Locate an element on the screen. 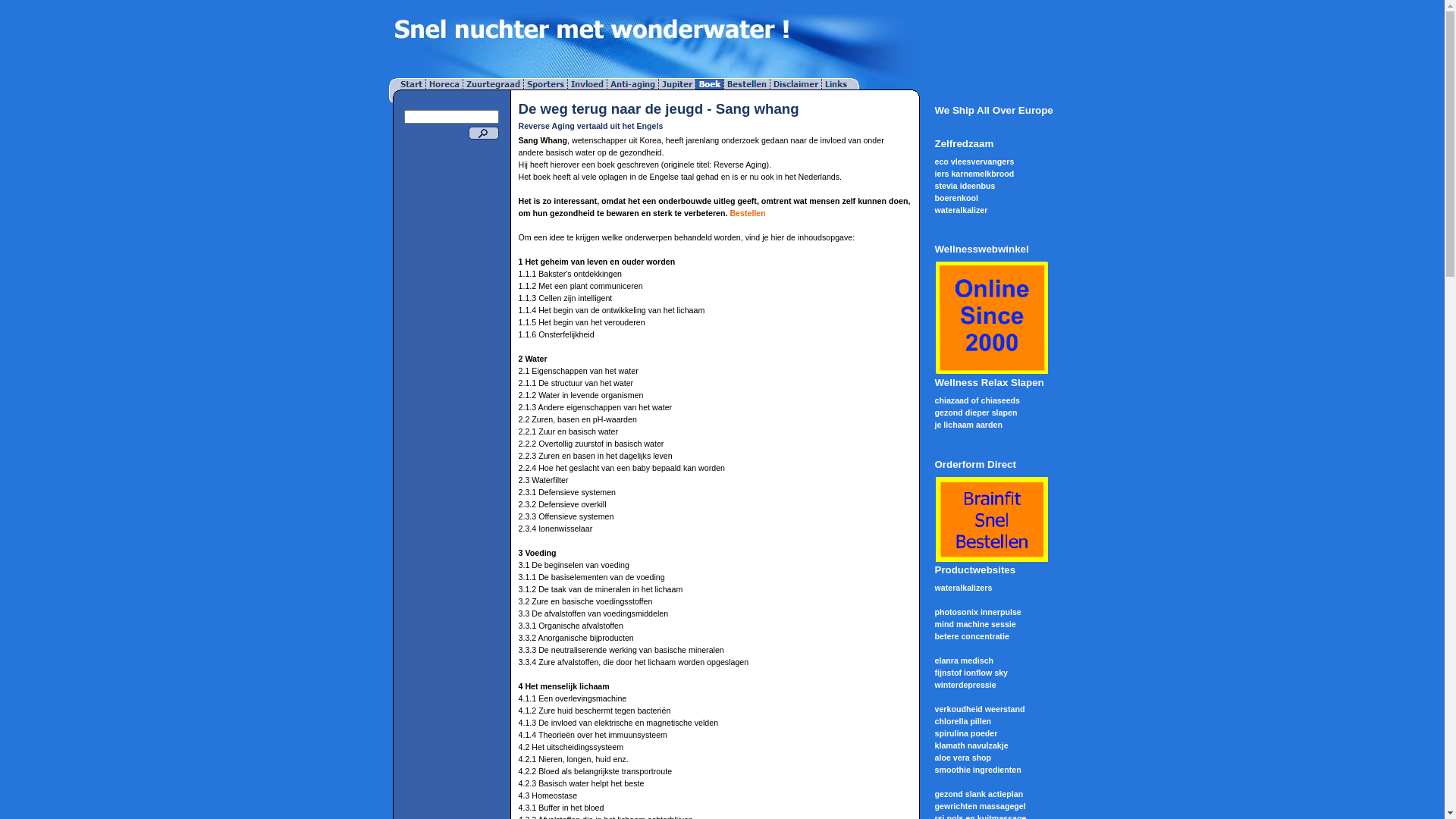  'gezond slank actieplan' is located at coordinates (978, 792).